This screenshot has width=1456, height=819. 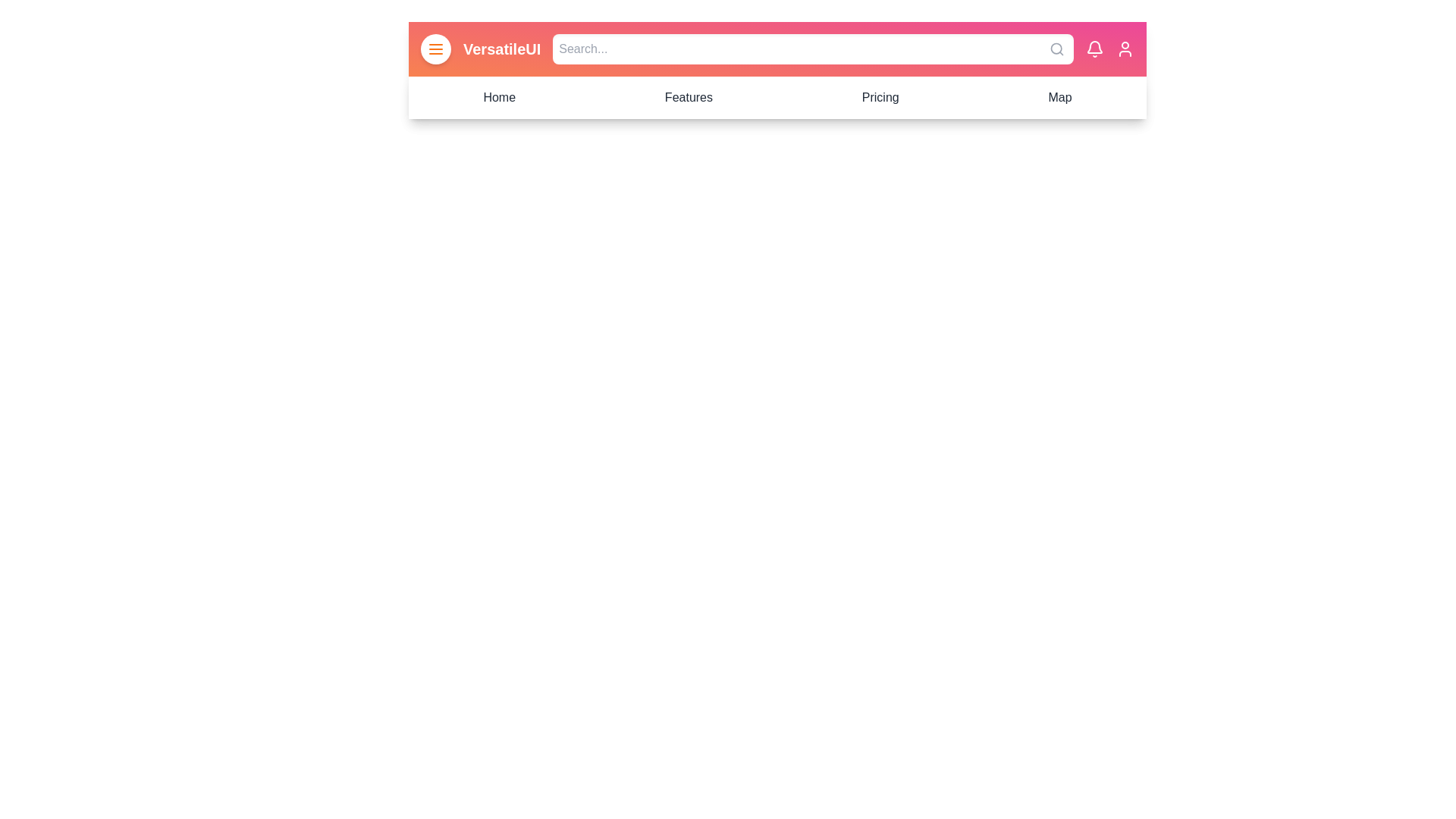 I want to click on the navigation menu item labeled 'Pricing' to navigate to the corresponding section, so click(x=880, y=97).